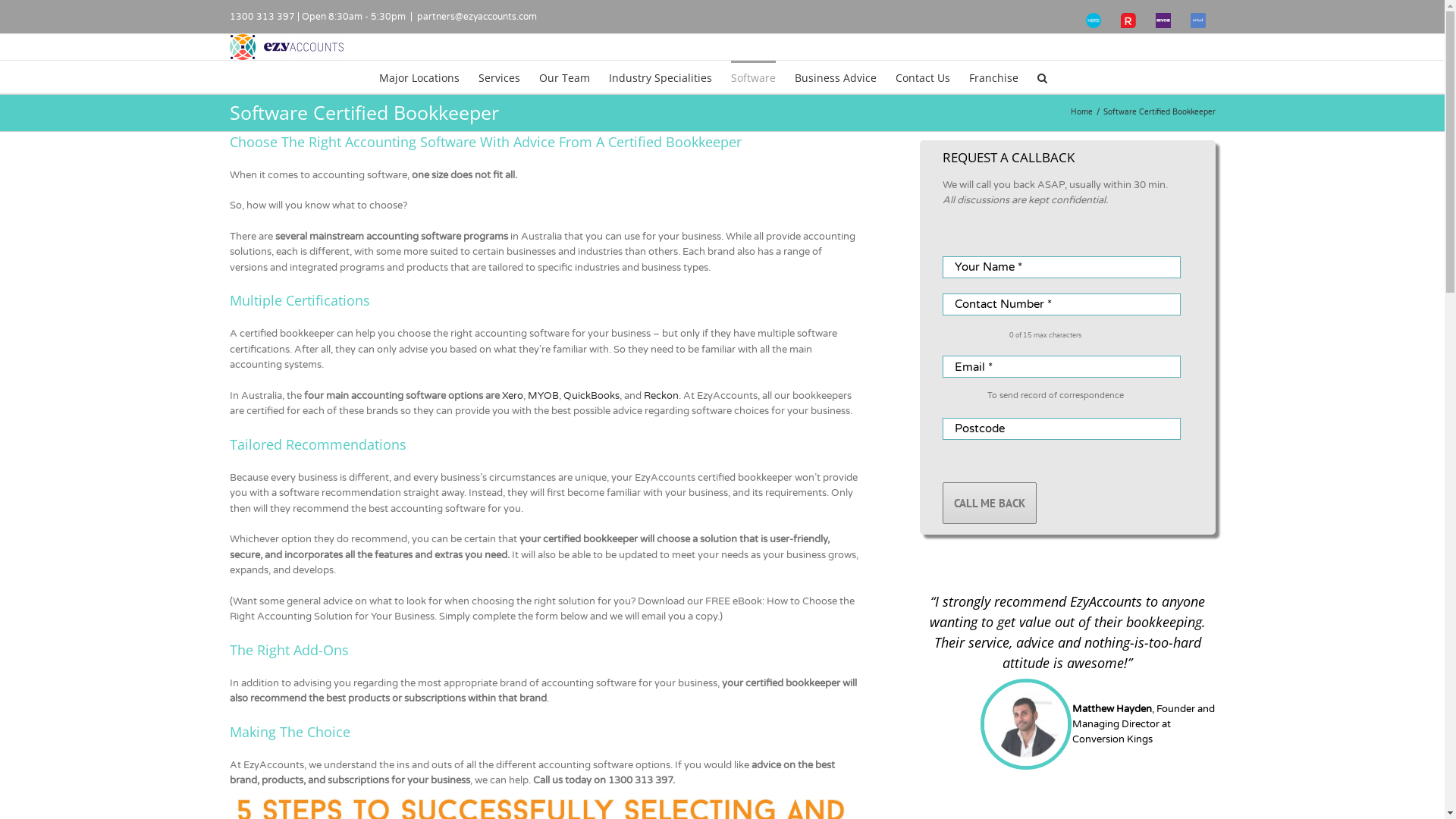  Describe the element at coordinates (498, 77) in the screenshot. I see `'Services'` at that location.